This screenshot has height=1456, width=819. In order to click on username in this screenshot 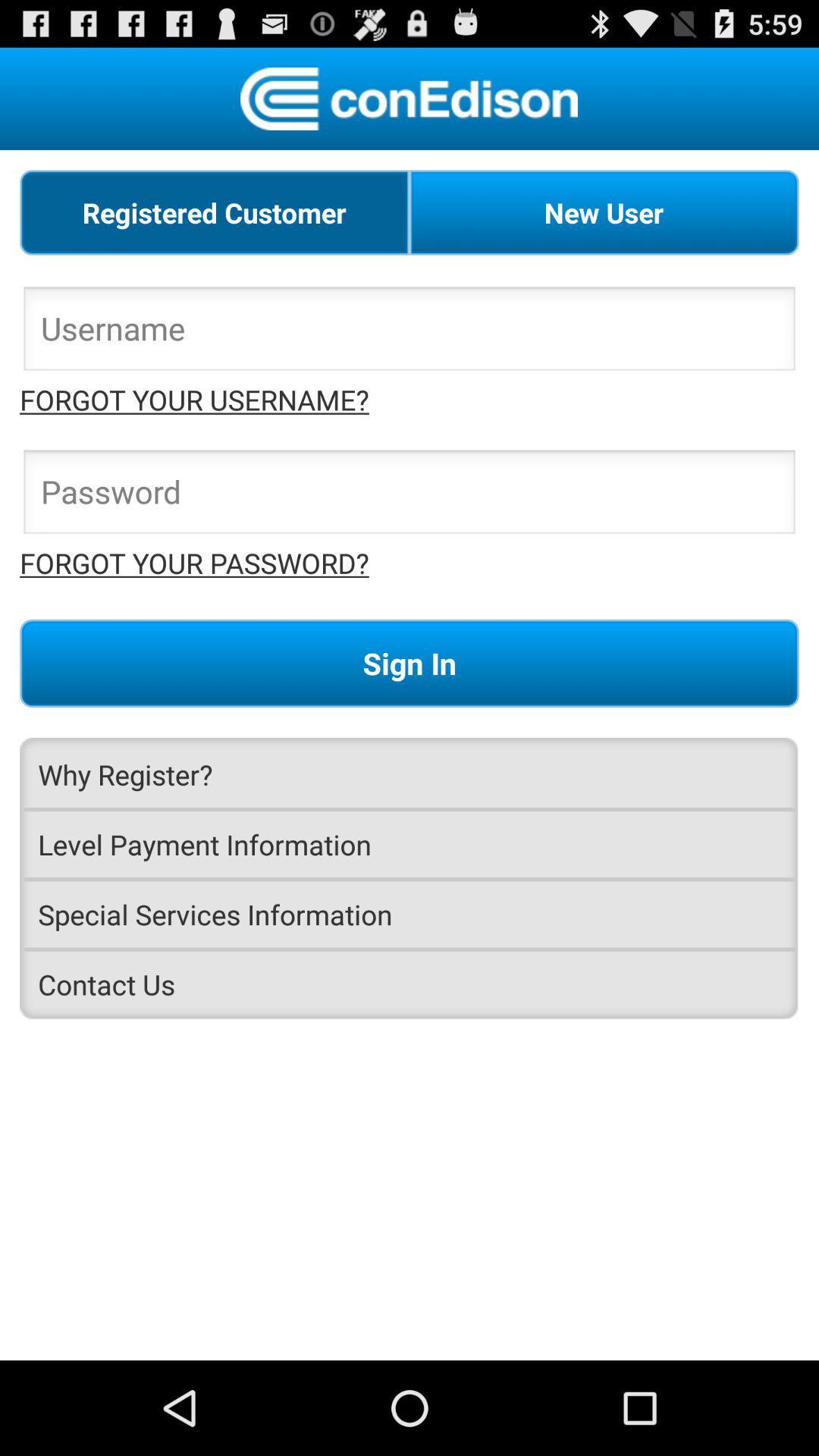, I will do `click(409, 332)`.